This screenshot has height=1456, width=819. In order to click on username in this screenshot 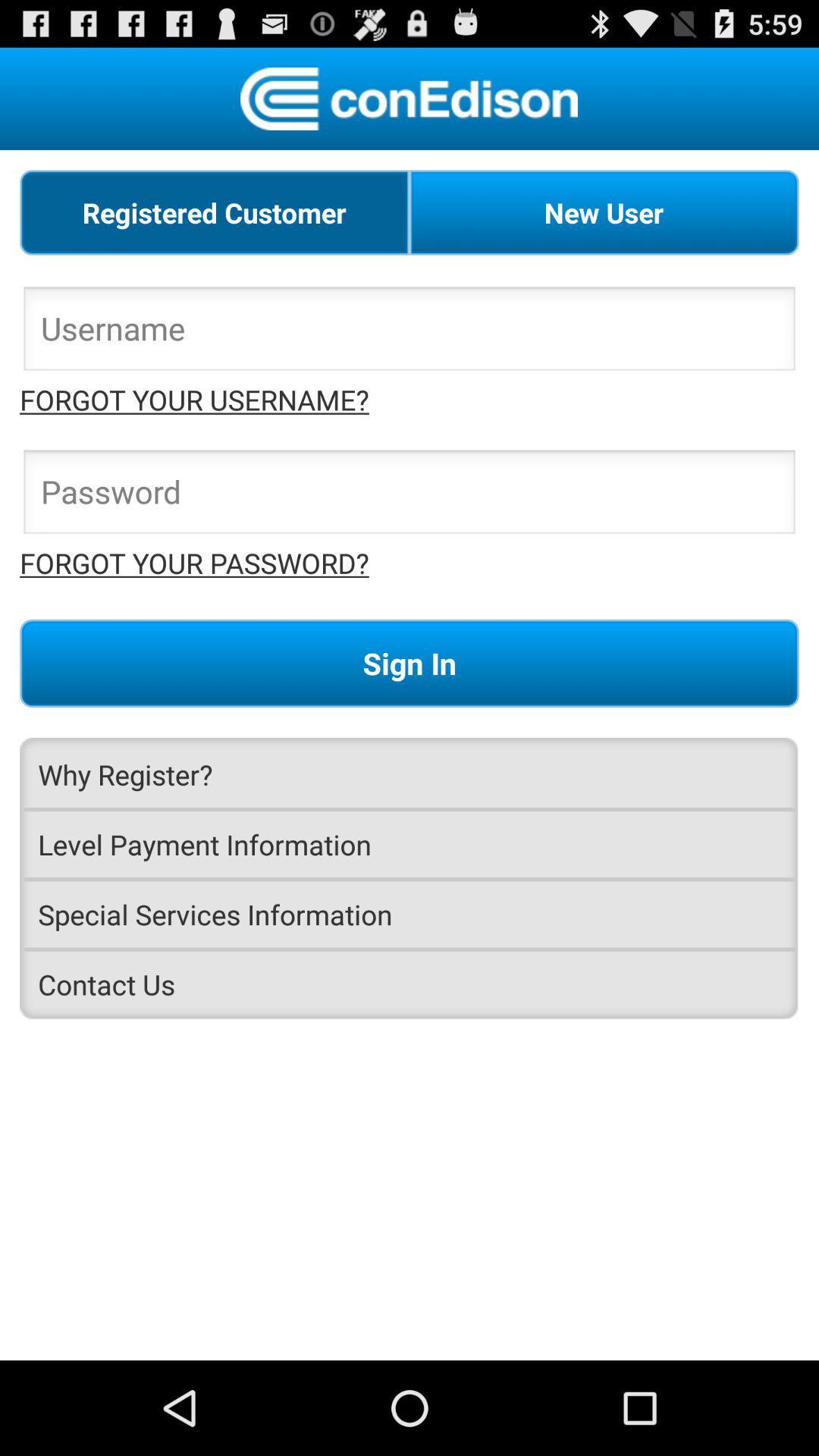, I will do `click(409, 332)`.